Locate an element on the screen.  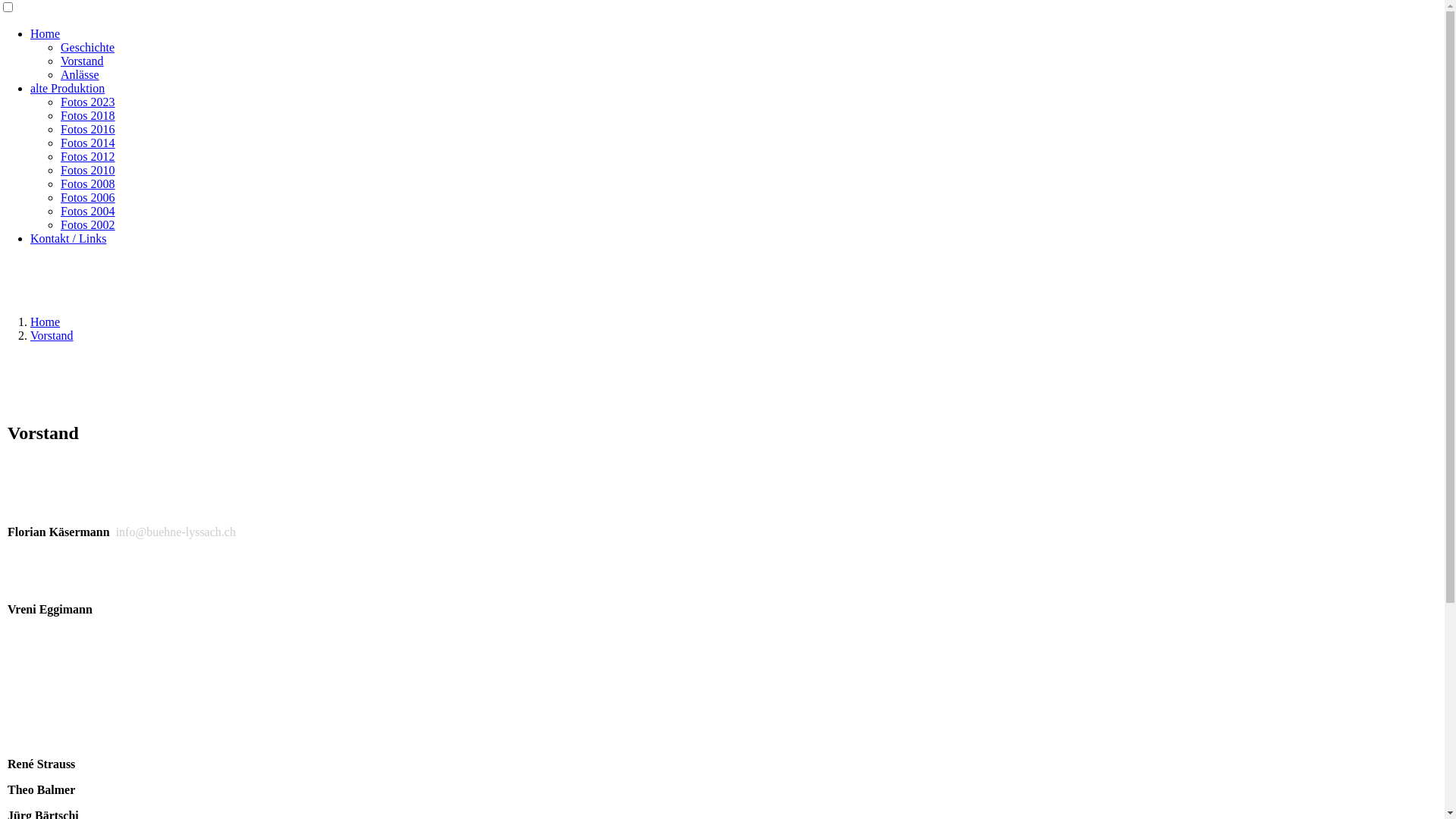
'Fotos 2018' is located at coordinates (86, 115).